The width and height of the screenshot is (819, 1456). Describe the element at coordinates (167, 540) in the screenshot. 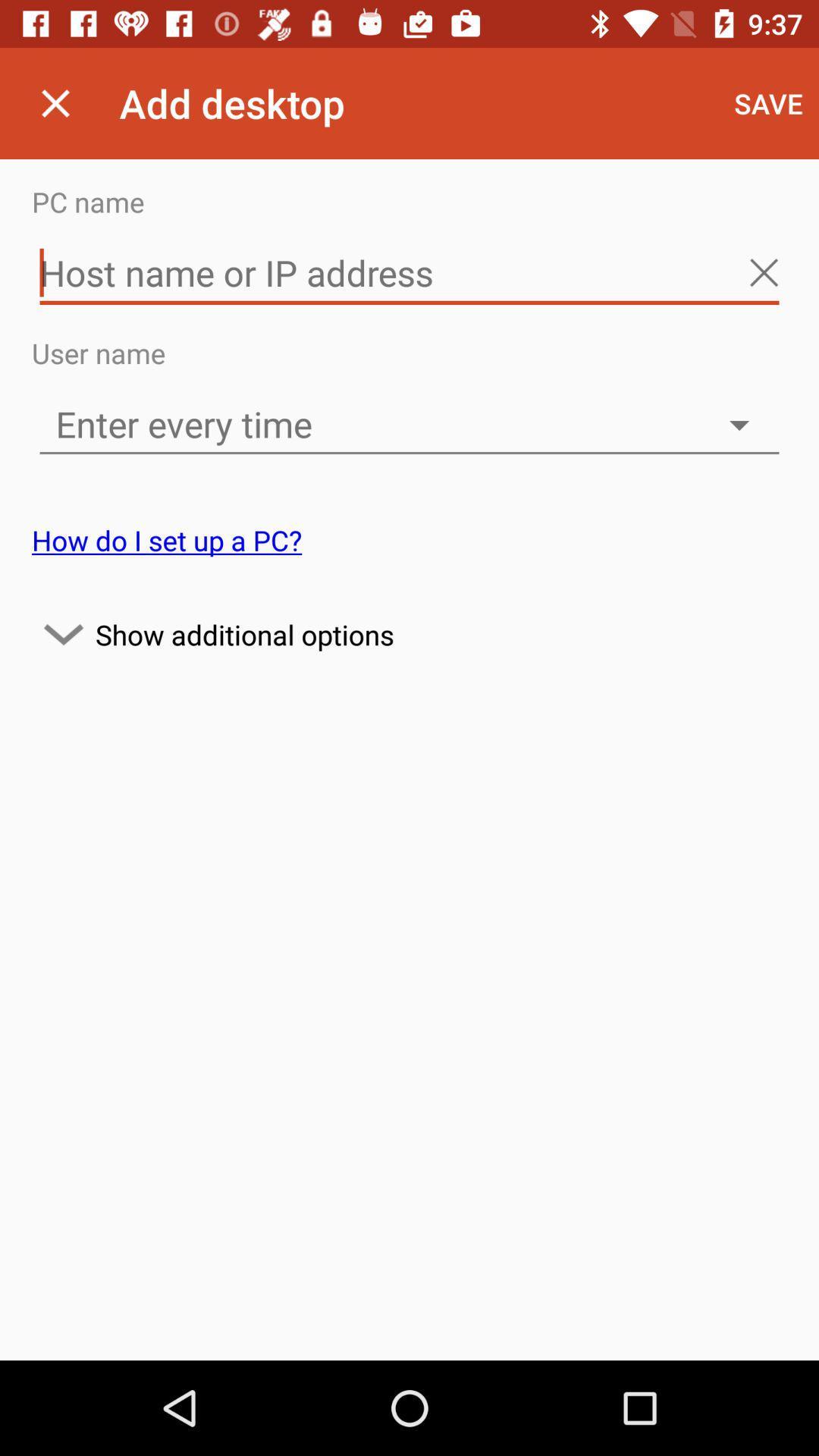

I see `the how do i on the left` at that location.